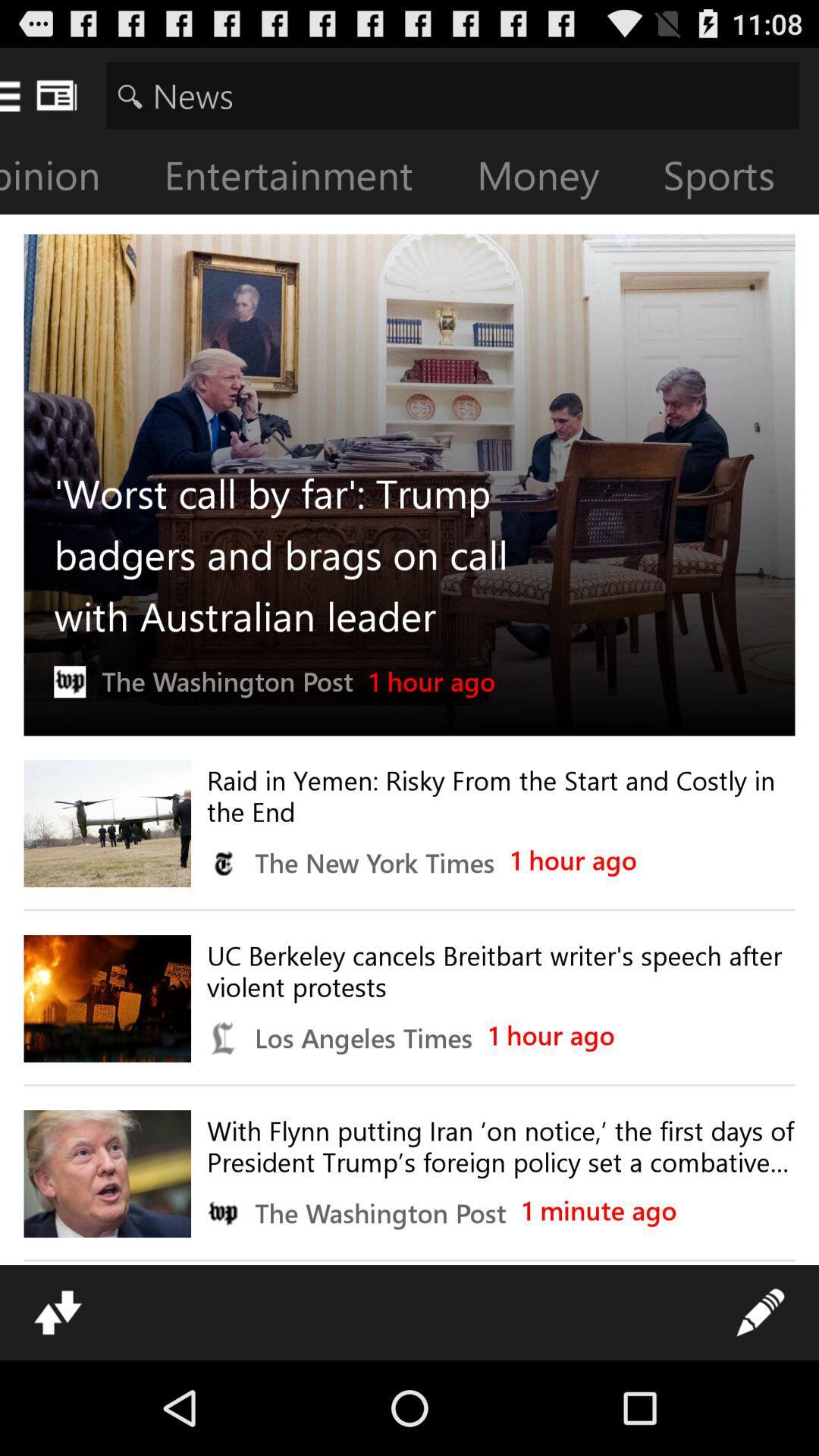  Describe the element at coordinates (452, 94) in the screenshot. I see `search for news` at that location.